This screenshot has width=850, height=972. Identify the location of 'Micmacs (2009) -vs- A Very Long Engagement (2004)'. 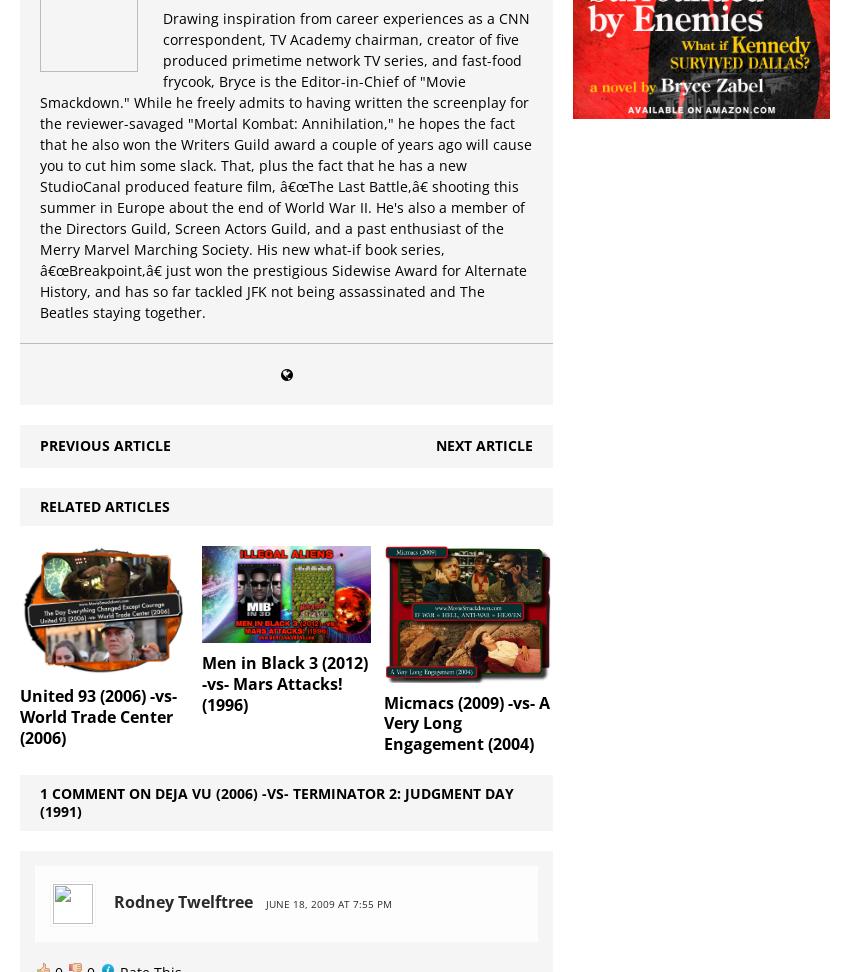
(465, 721).